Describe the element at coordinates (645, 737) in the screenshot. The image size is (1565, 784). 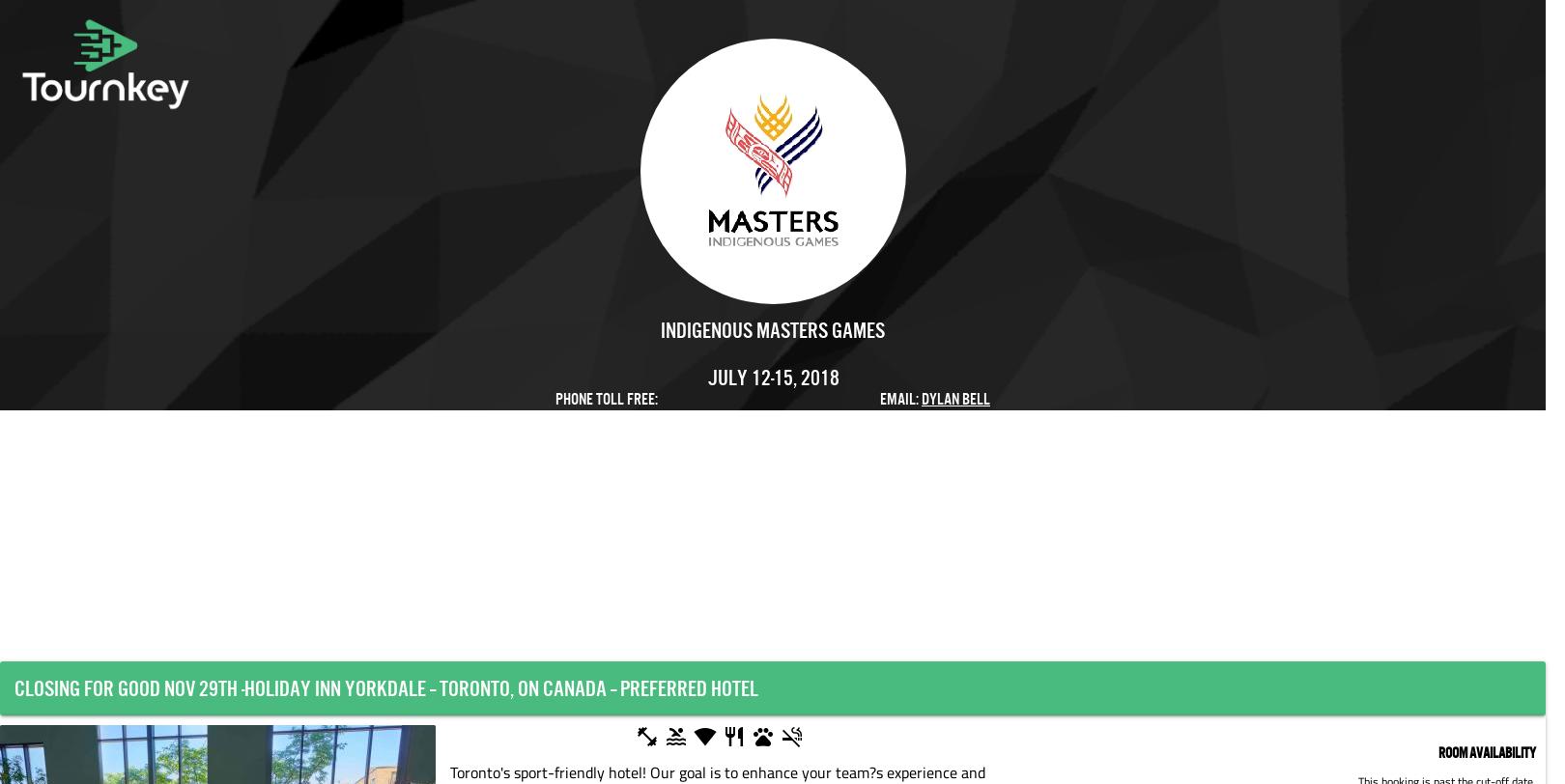
I see `'fitness_center'` at that location.